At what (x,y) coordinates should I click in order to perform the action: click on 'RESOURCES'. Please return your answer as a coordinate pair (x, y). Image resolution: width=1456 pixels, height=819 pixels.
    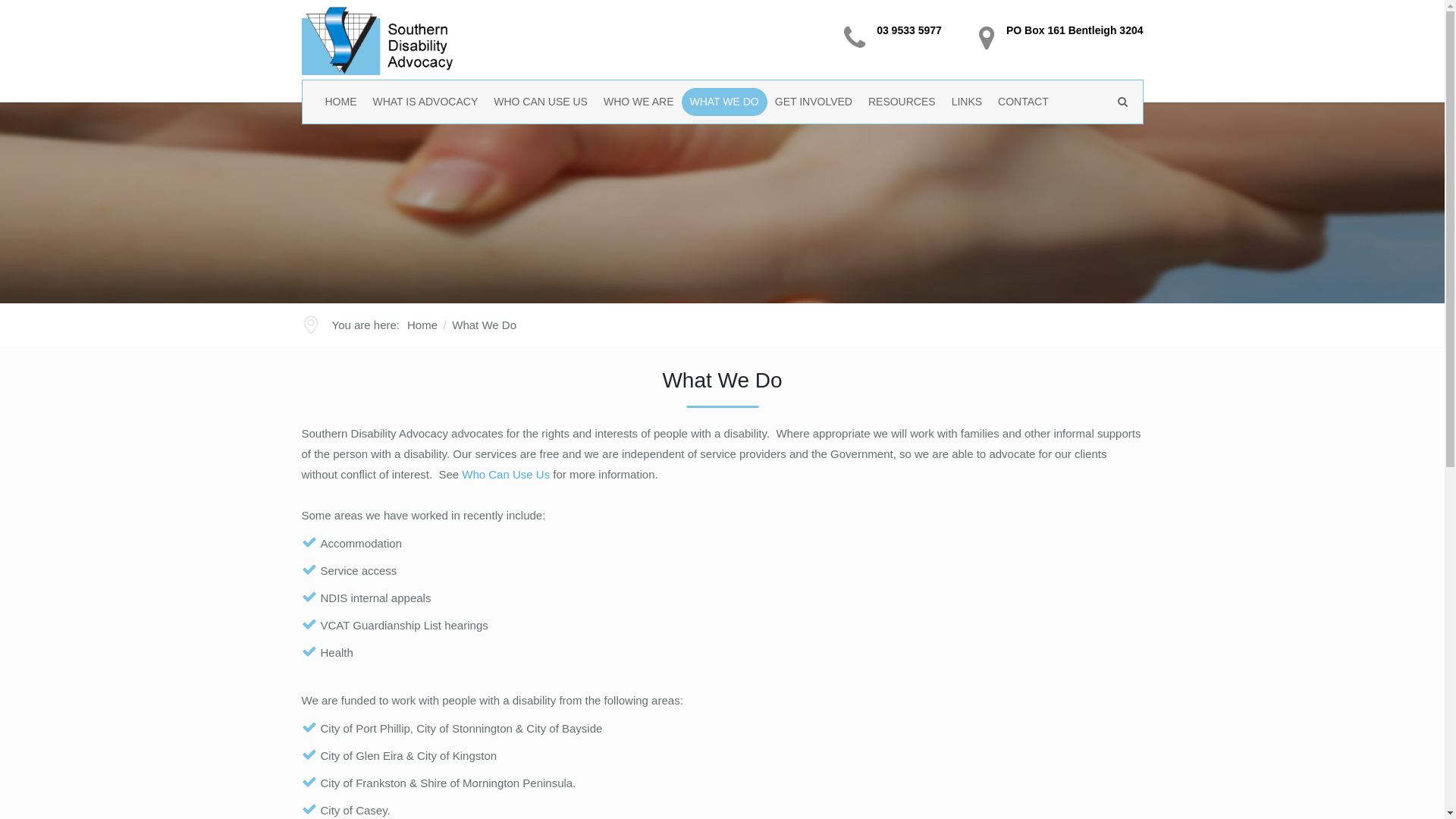
    Looking at the image, I should click on (902, 102).